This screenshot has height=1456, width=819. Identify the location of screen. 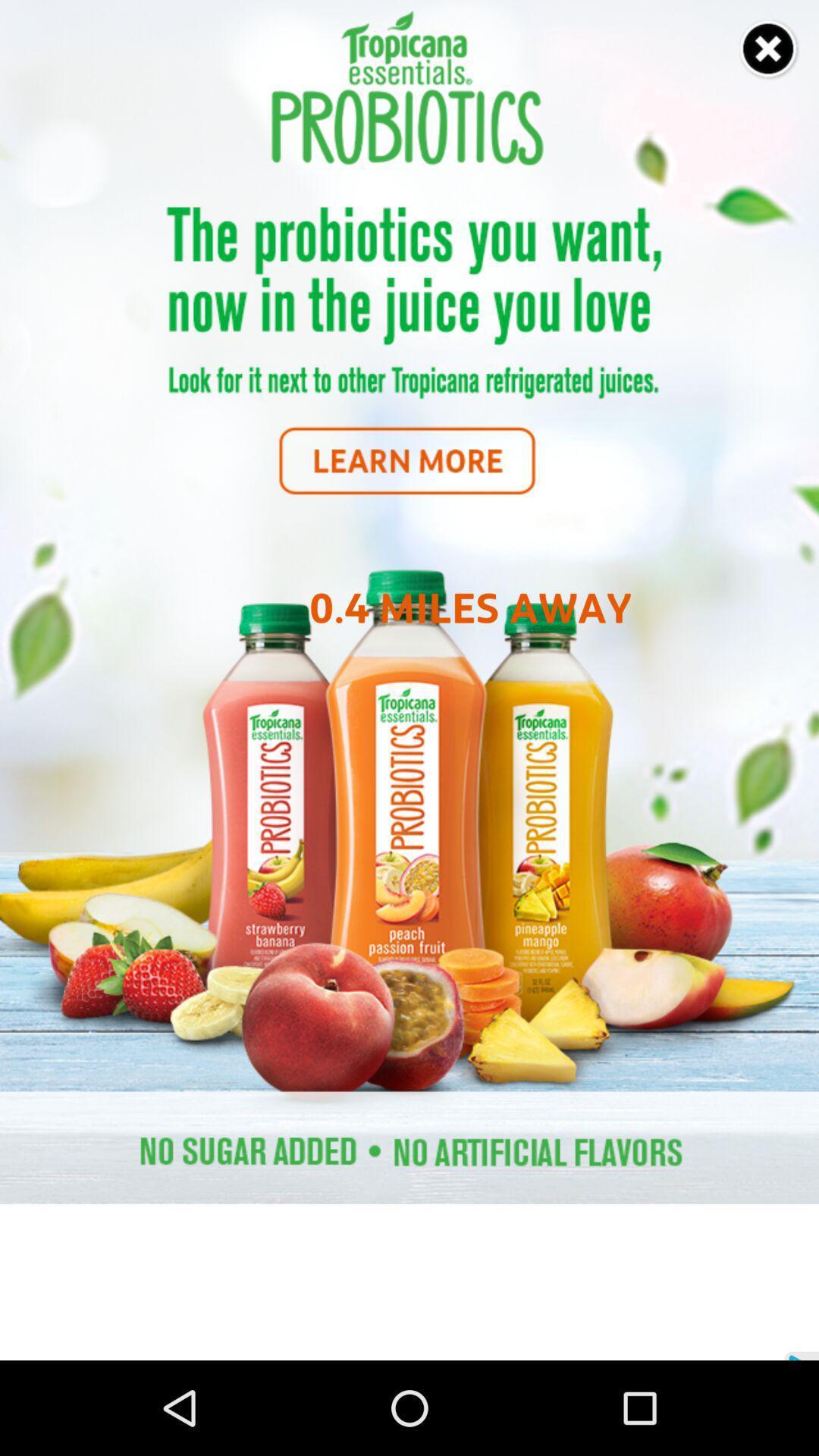
(769, 49).